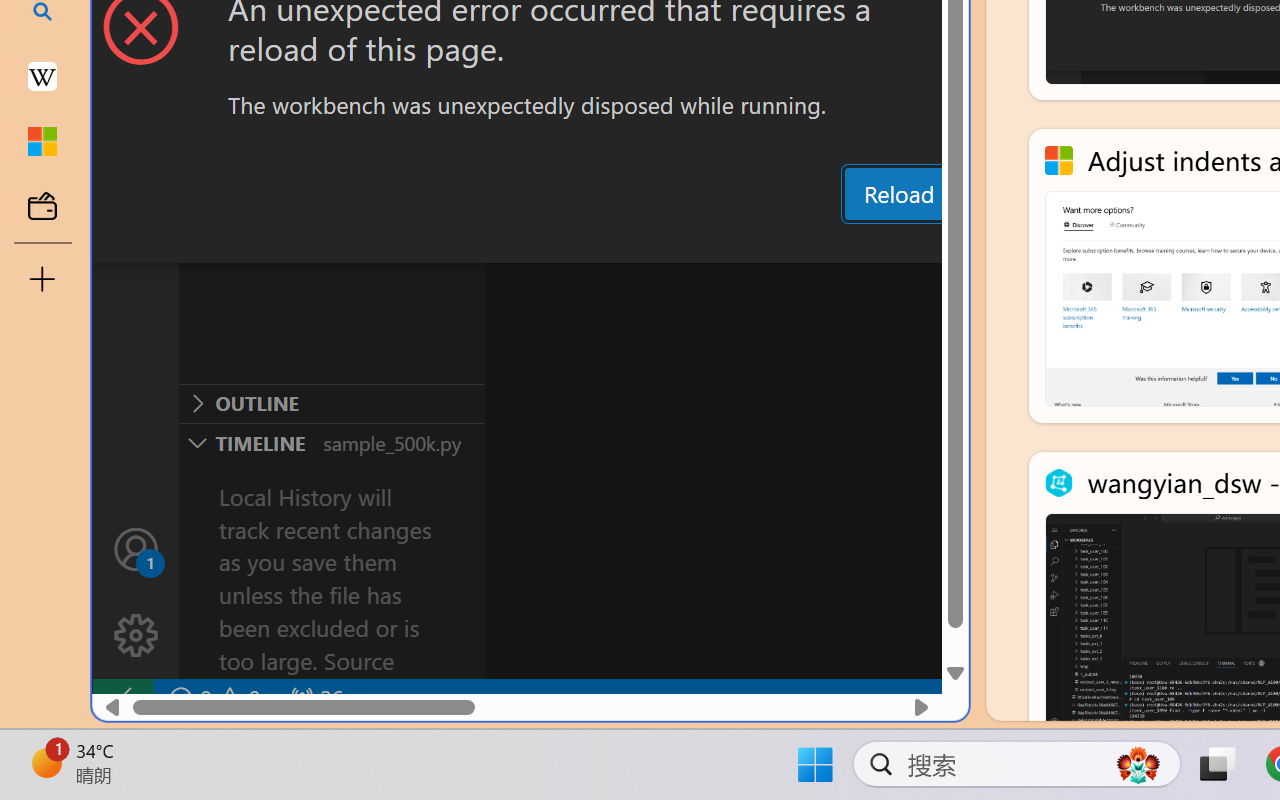 Image resolution: width=1280 pixels, height=800 pixels. I want to click on 'Earth - Wikipedia', so click(42, 76).